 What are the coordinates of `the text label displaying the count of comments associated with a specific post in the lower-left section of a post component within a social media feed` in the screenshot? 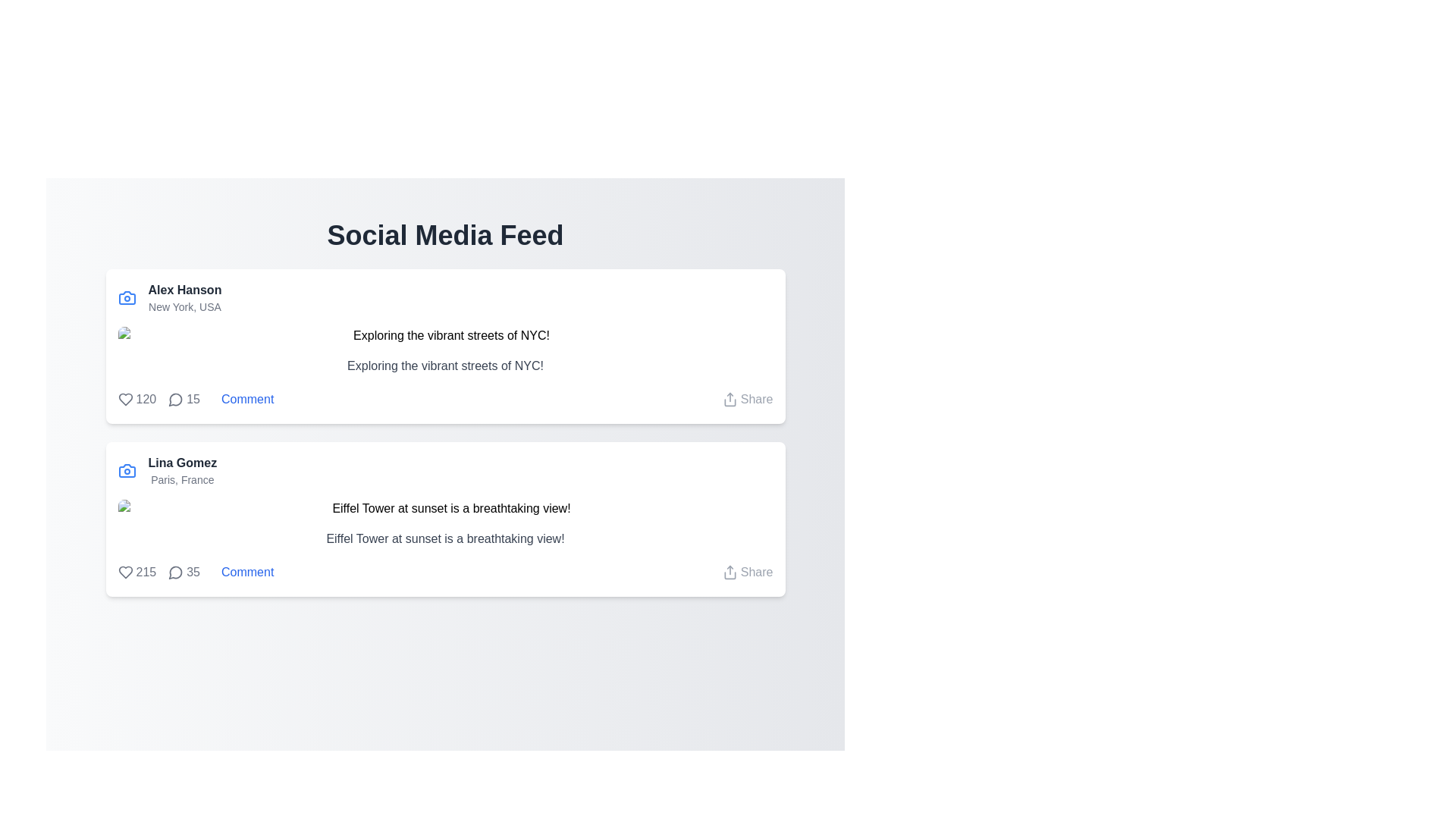 It's located at (193, 399).